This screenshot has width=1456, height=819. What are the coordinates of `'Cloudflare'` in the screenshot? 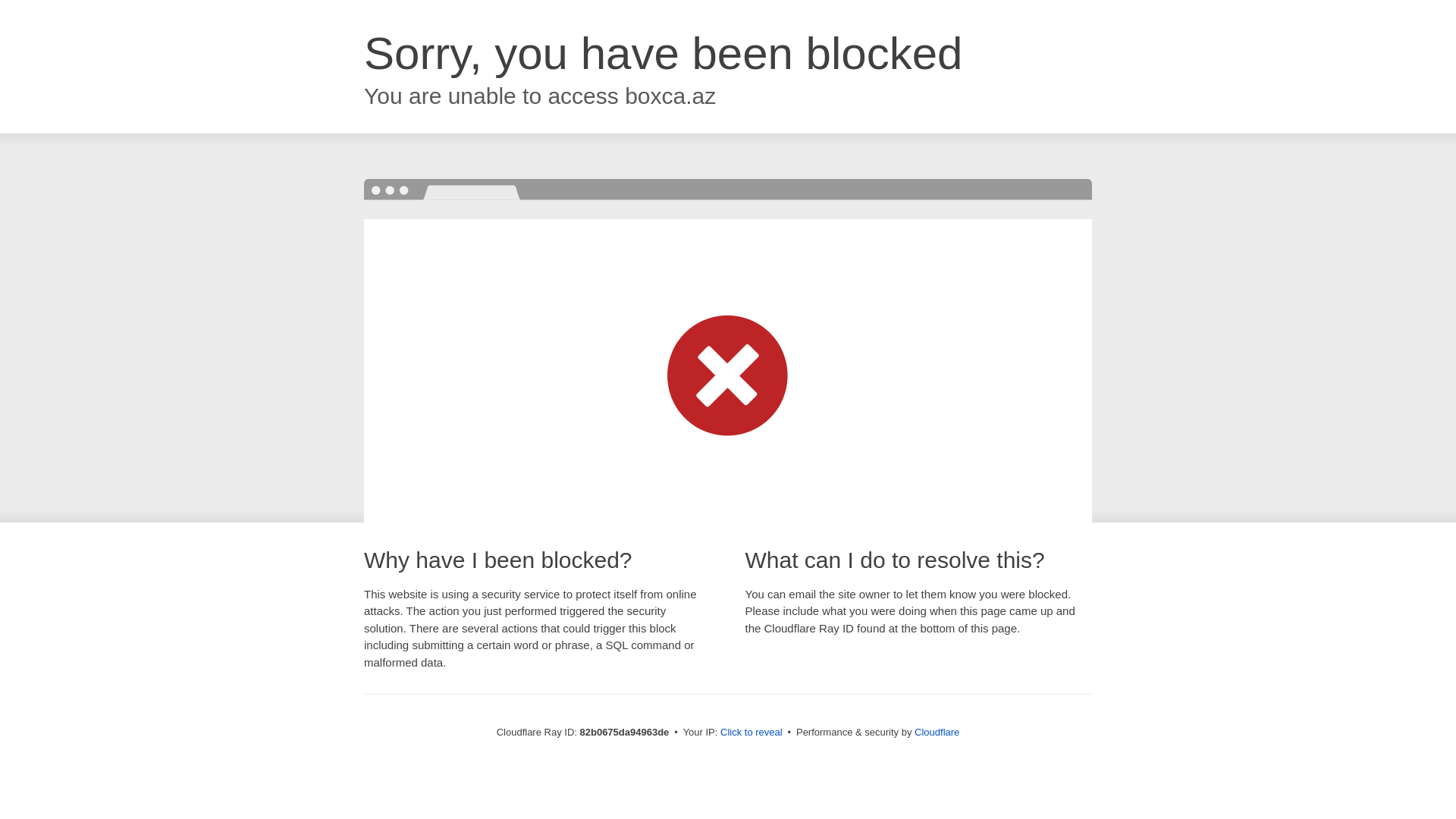 It's located at (936, 731).